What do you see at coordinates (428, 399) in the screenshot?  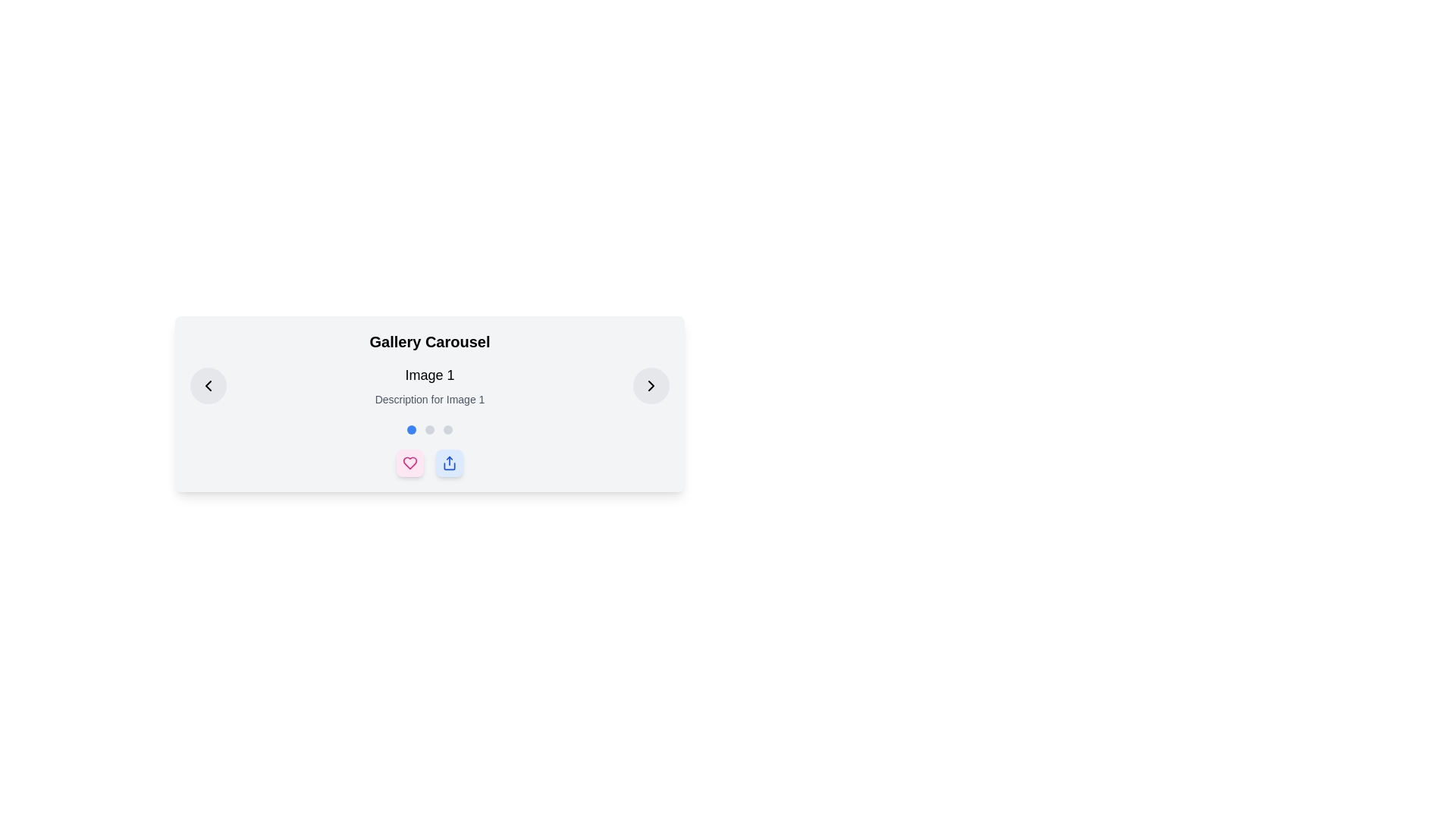 I see `the descriptive label providing additional information related to the 'Image 1' item in the 'Gallery Carousel'` at bounding box center [428, 399].